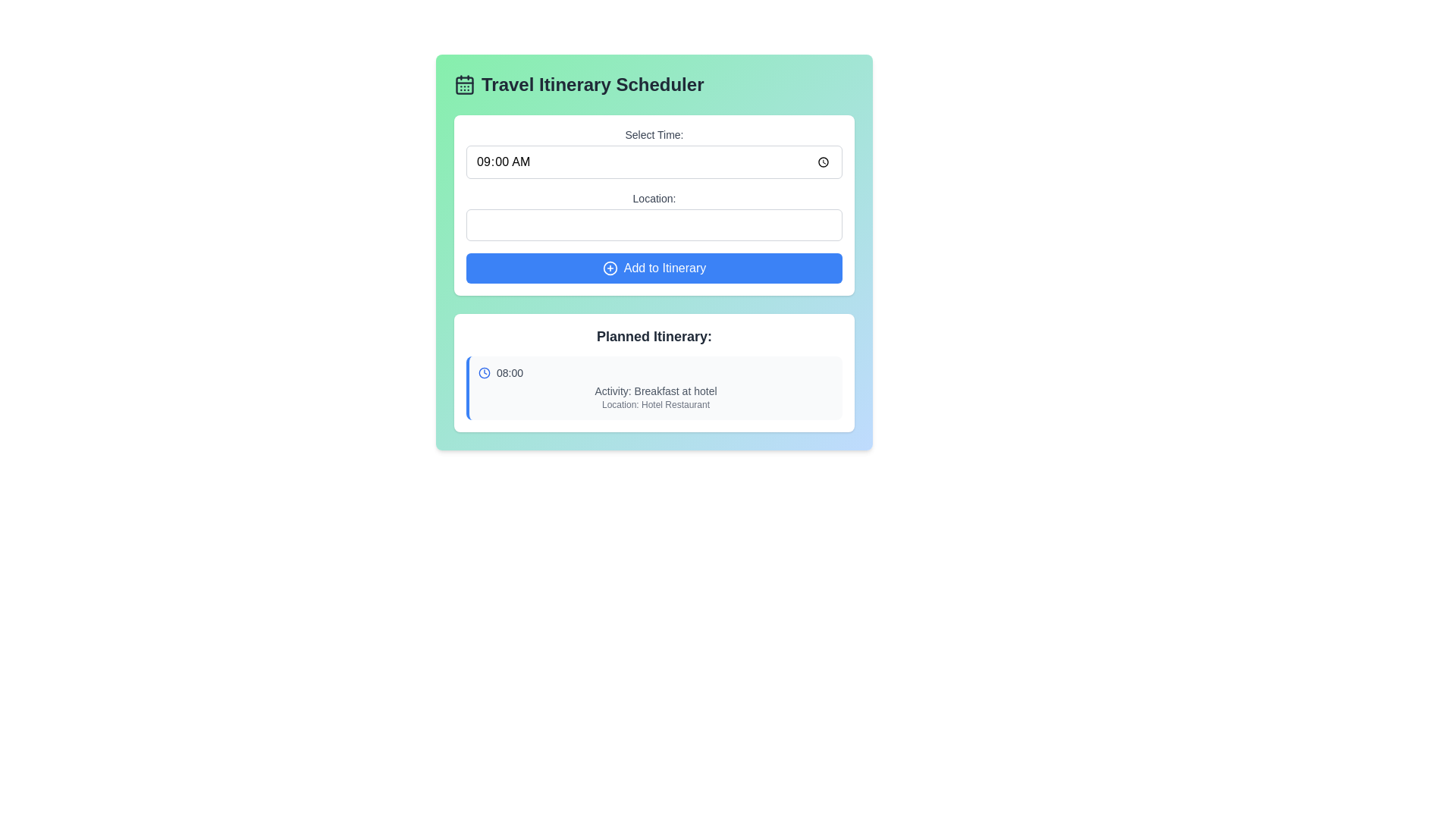  What do you see at coordinates (654, 198) in the screenshot?
I see `the 'Location:' label, which is a medium-sized gray text label positioned above the input field in the 'Travel Itinerary Scheduler' interface` at bounding box center [654, 198].